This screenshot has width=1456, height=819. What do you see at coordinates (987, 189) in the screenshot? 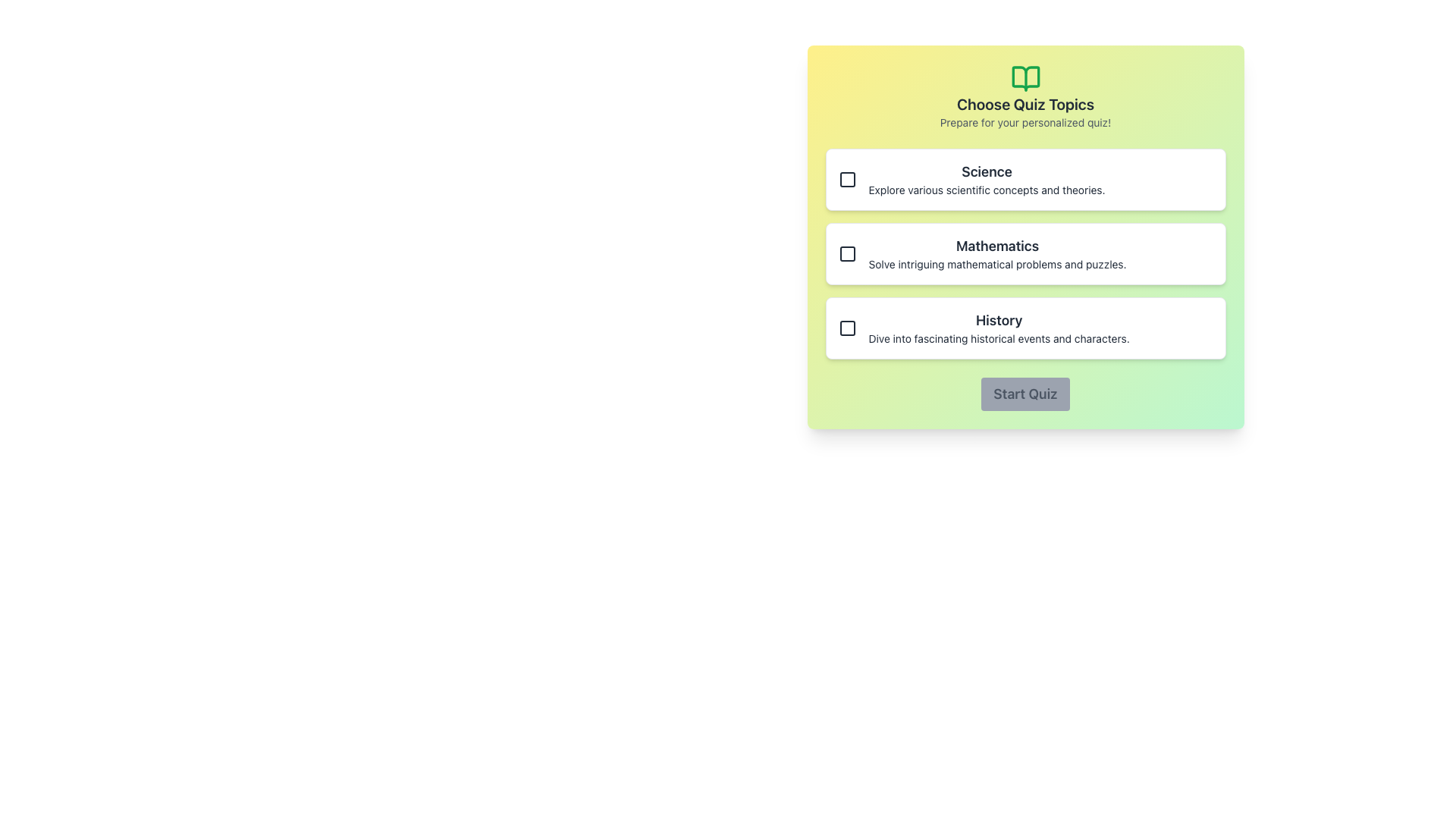
I see `the descriptive text element located beneath the bold heading 'Science' in the quiz topic selection area` at bounding box center [987, 189].